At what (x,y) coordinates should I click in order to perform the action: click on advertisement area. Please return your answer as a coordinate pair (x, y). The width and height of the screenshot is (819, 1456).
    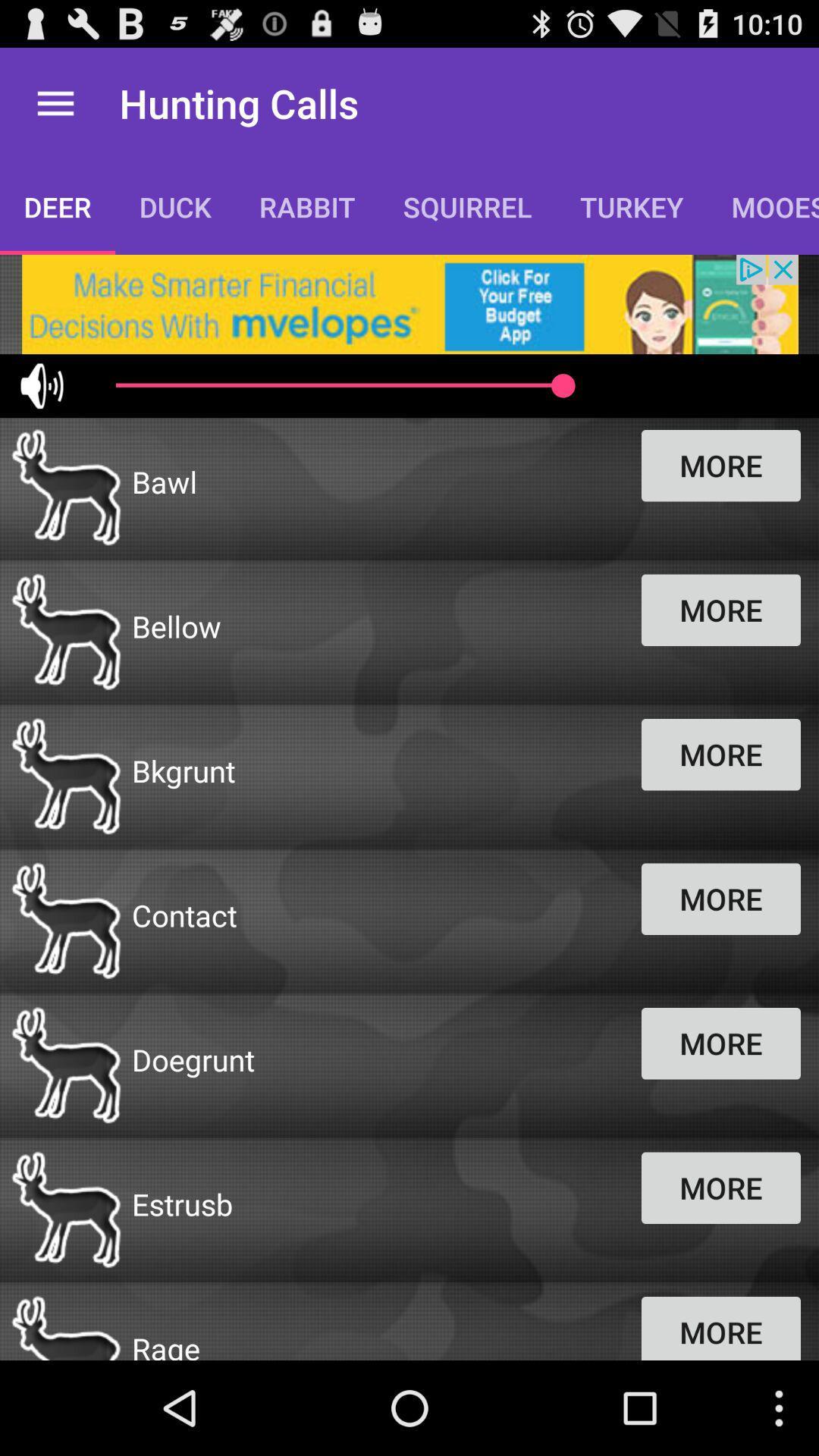
    Looking at the image, I should click on (409, 303).